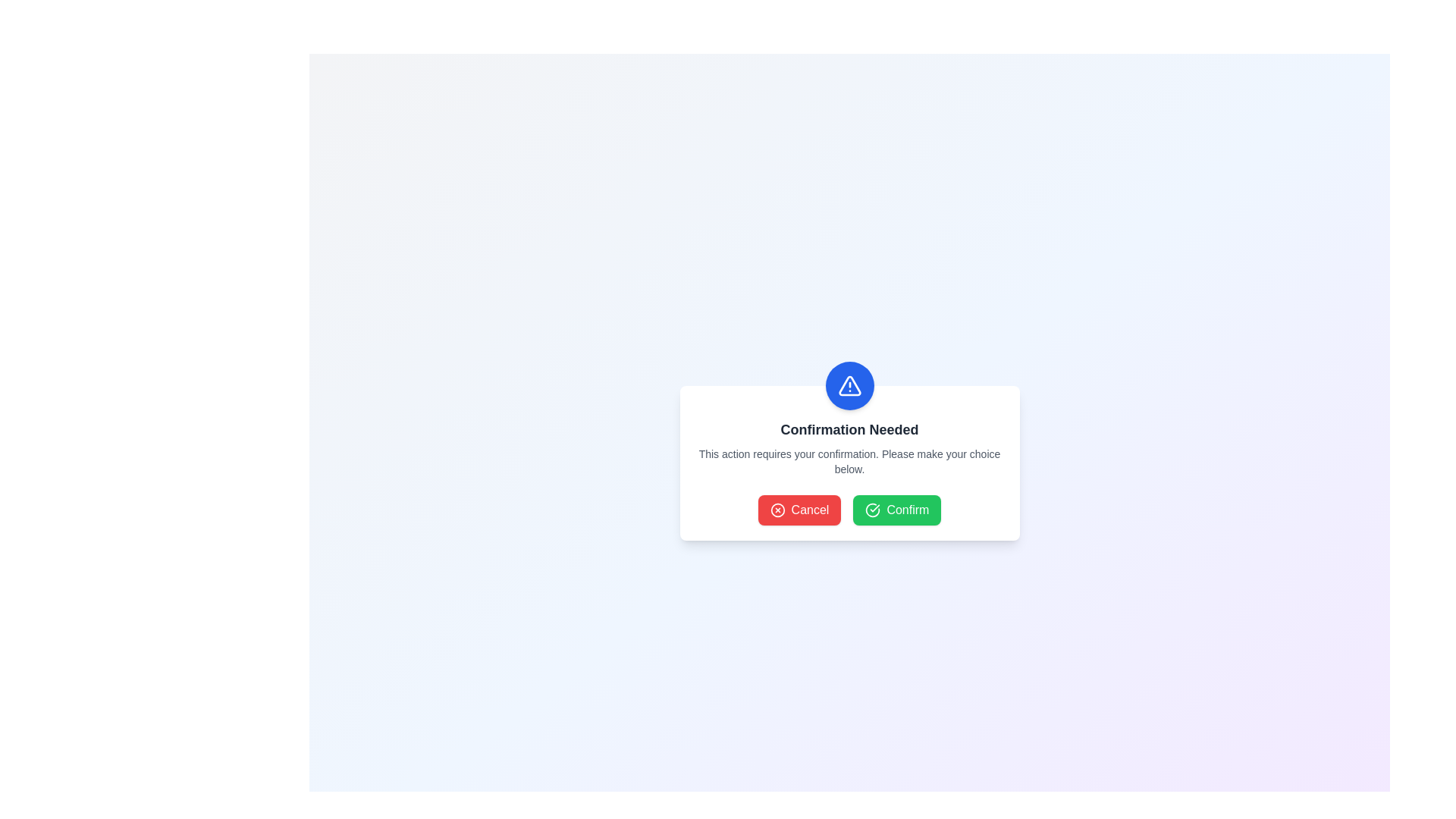  I want to click on the 'Cancel' text label, which is styled with a white font on a red background, so click(809, 510).